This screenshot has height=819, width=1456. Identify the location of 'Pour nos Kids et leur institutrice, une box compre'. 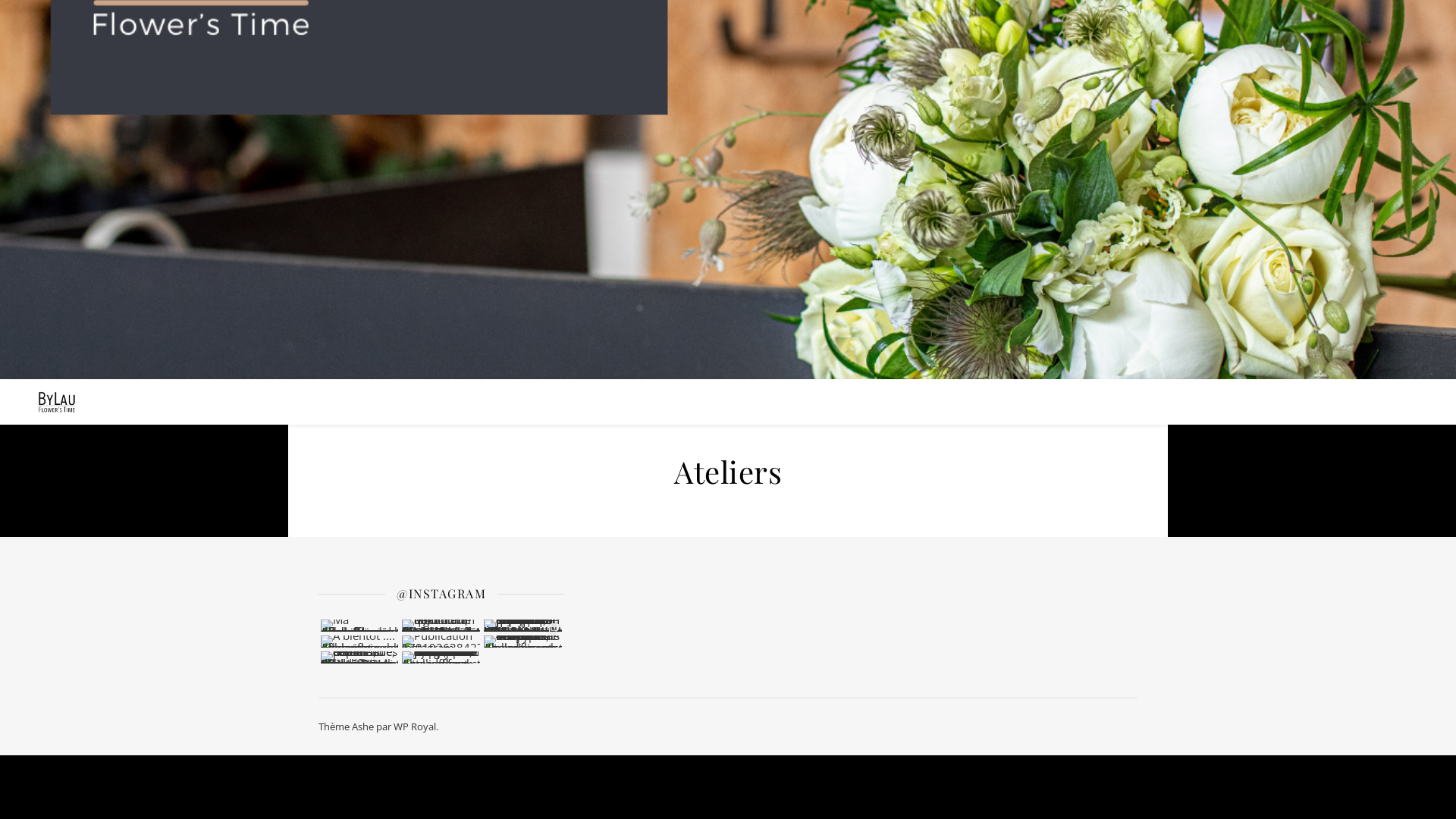
(440, 657).